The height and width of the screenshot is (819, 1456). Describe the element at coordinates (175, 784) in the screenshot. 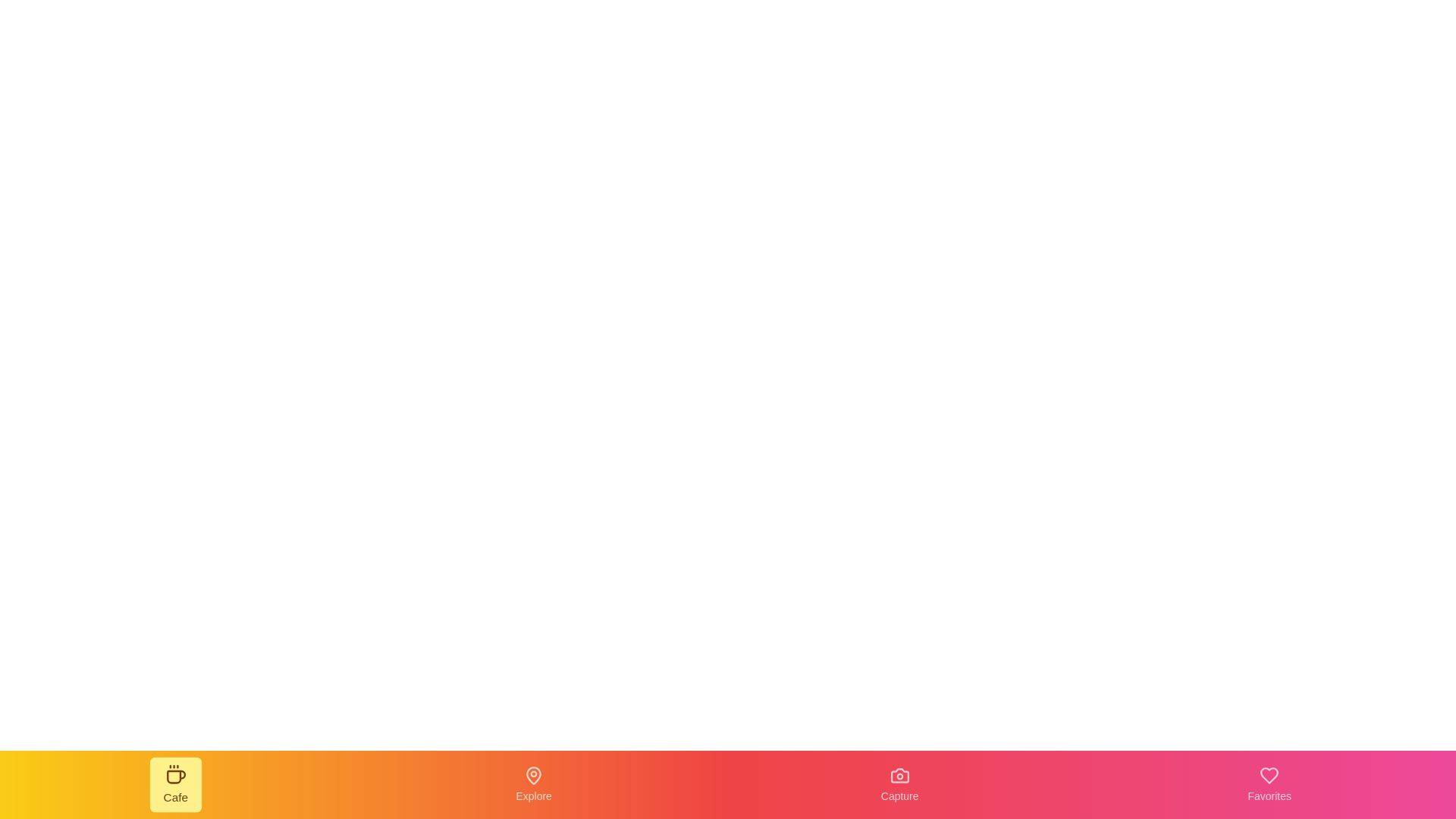

I see `the navigation item Cafe from the bottom navigation bar` at that location.